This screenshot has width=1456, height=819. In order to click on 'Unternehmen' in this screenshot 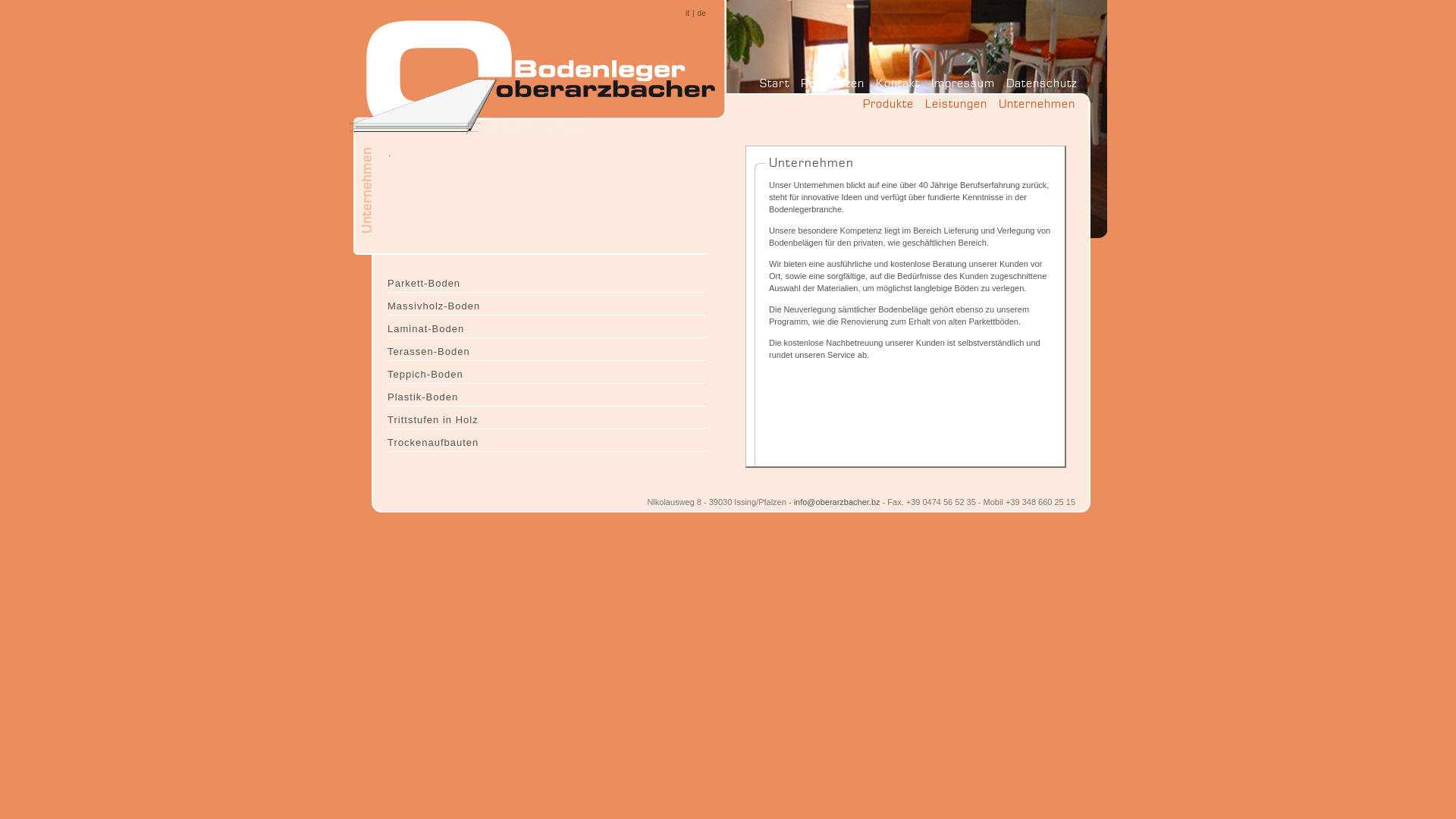, I will do `click(1036, 107)`.